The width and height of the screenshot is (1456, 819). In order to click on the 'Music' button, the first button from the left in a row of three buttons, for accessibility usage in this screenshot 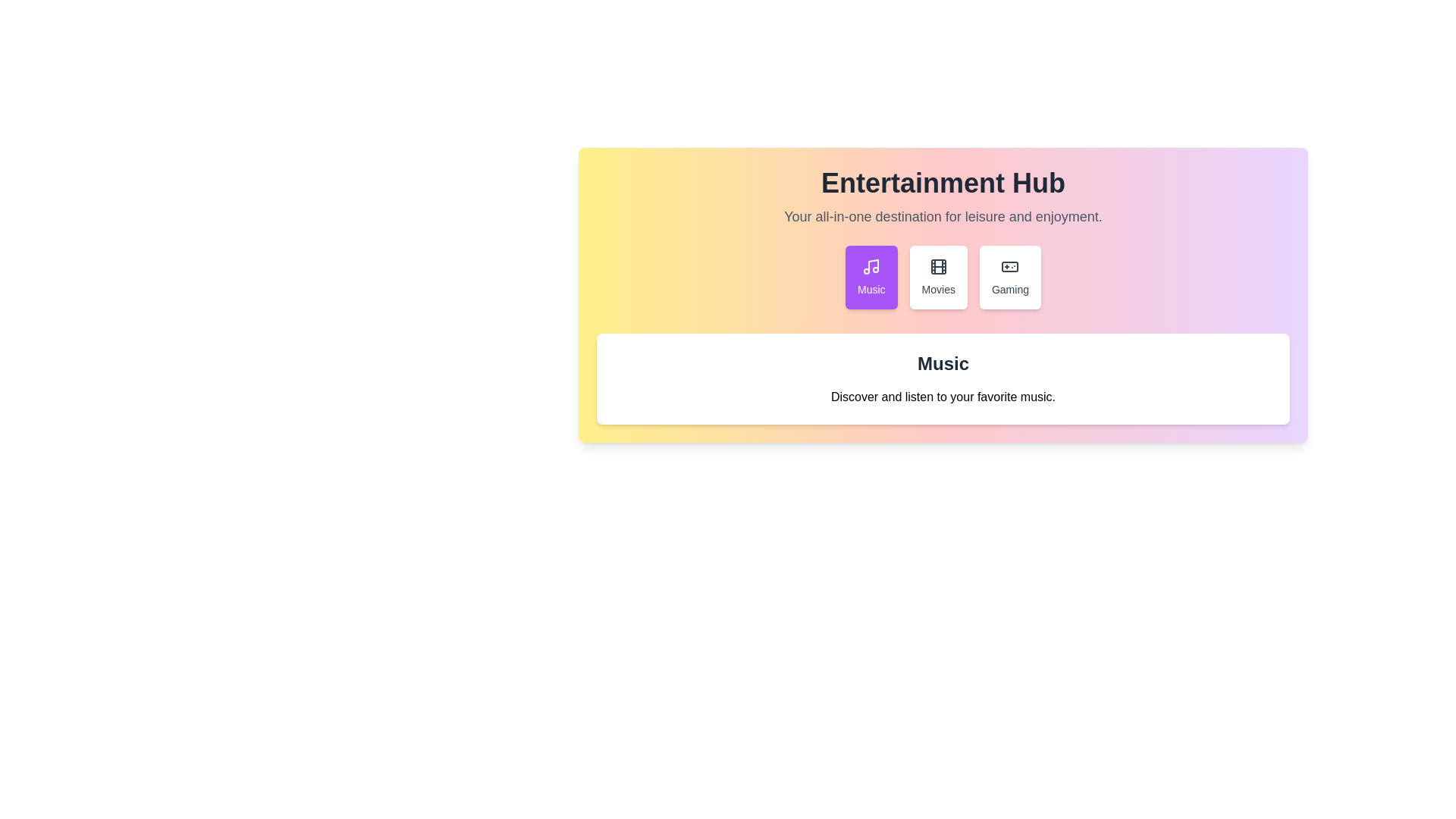, I will do `click(871, 278)`.